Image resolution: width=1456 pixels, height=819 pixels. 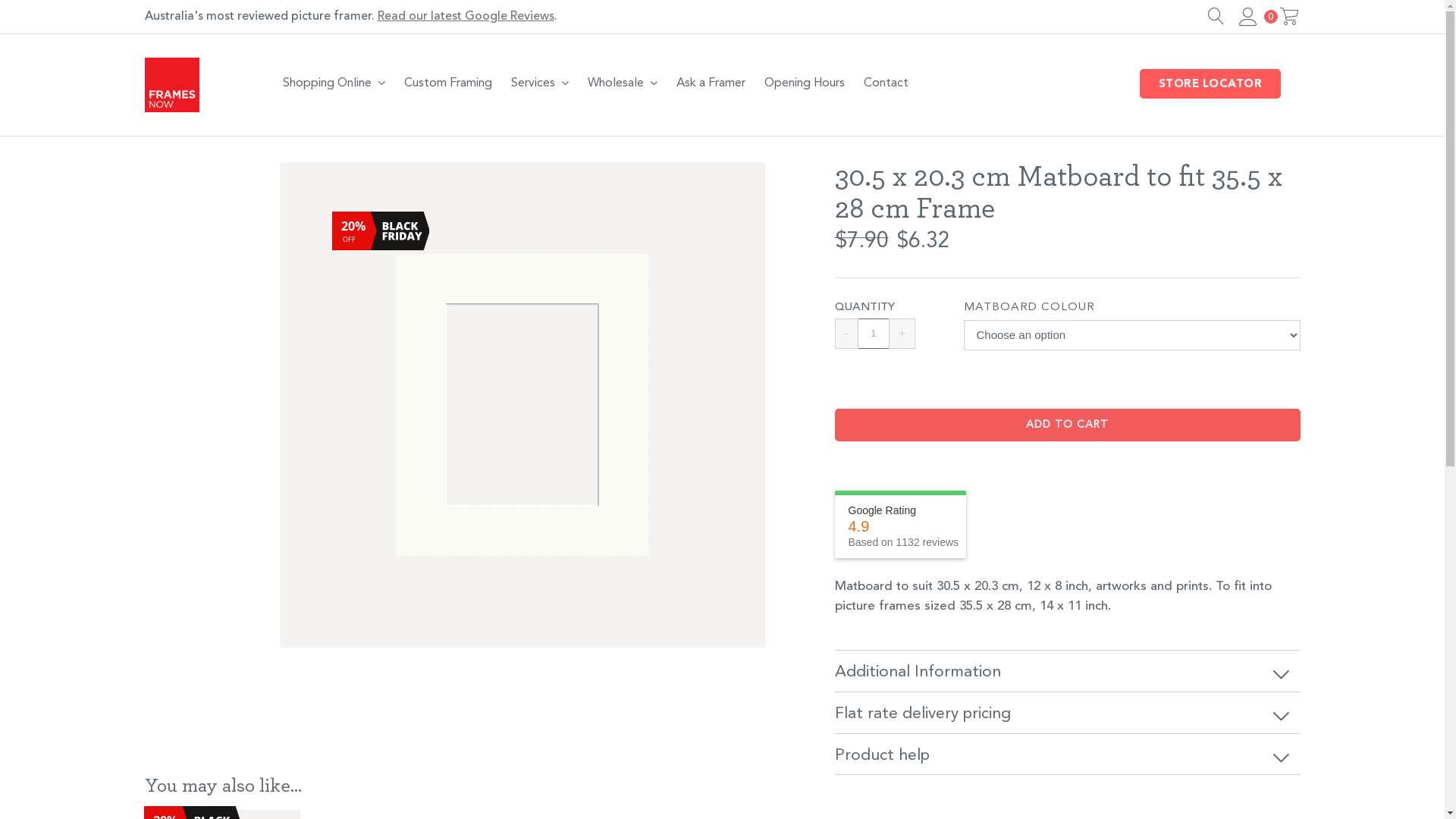 What do you see at coordinates (874, 332) in the screenshot?
I see `'Qty'` at bounding box center [874, 332].